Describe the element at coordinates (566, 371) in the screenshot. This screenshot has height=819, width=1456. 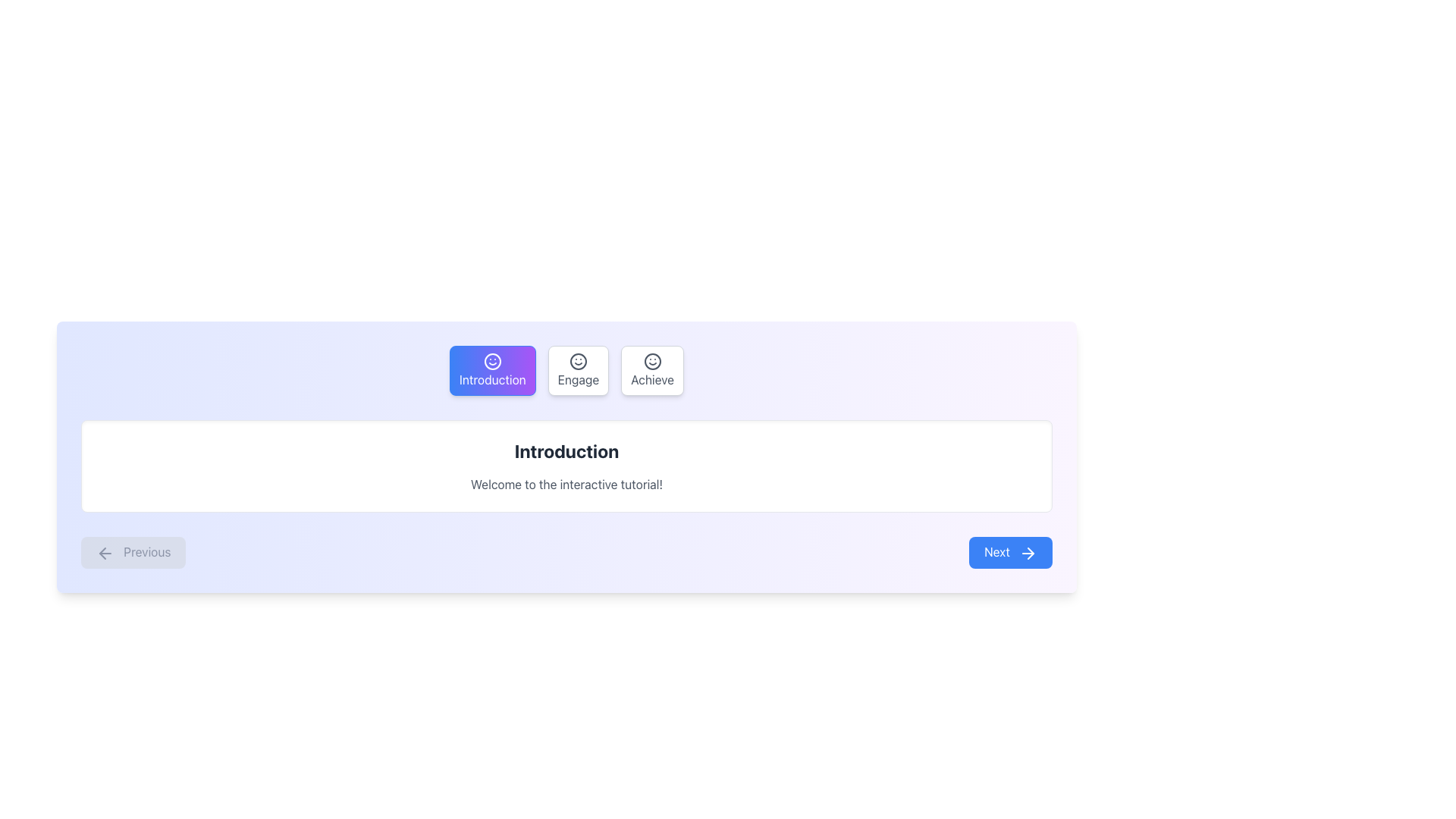
I see `the group of buttons located near the top center of the interface, which serves as a navigation menu for tutorial steps` at that location.